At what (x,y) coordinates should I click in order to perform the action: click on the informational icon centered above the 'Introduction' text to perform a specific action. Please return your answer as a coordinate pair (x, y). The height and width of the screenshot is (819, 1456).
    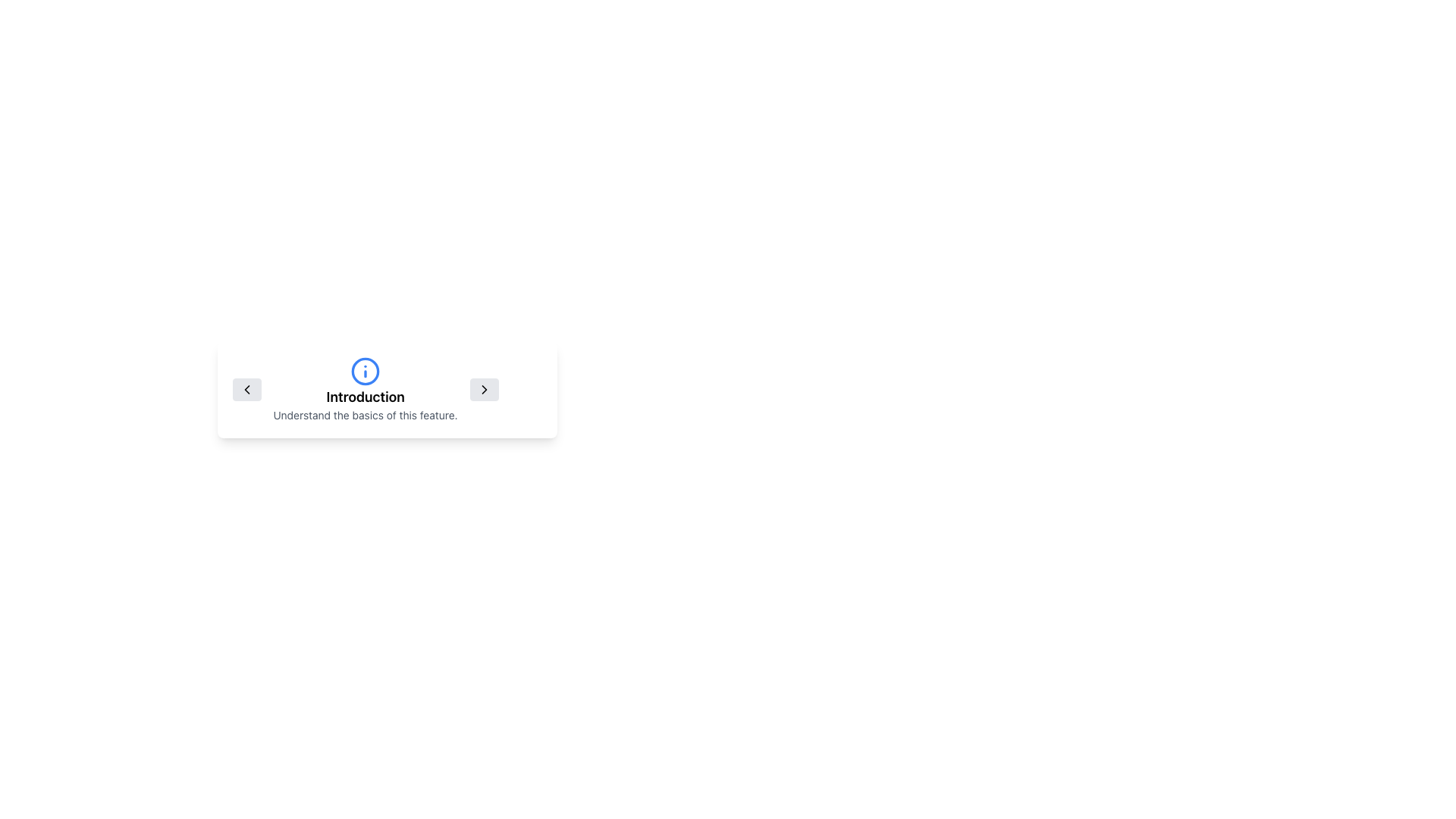
    Looking at the image, I should click on (366, 371).